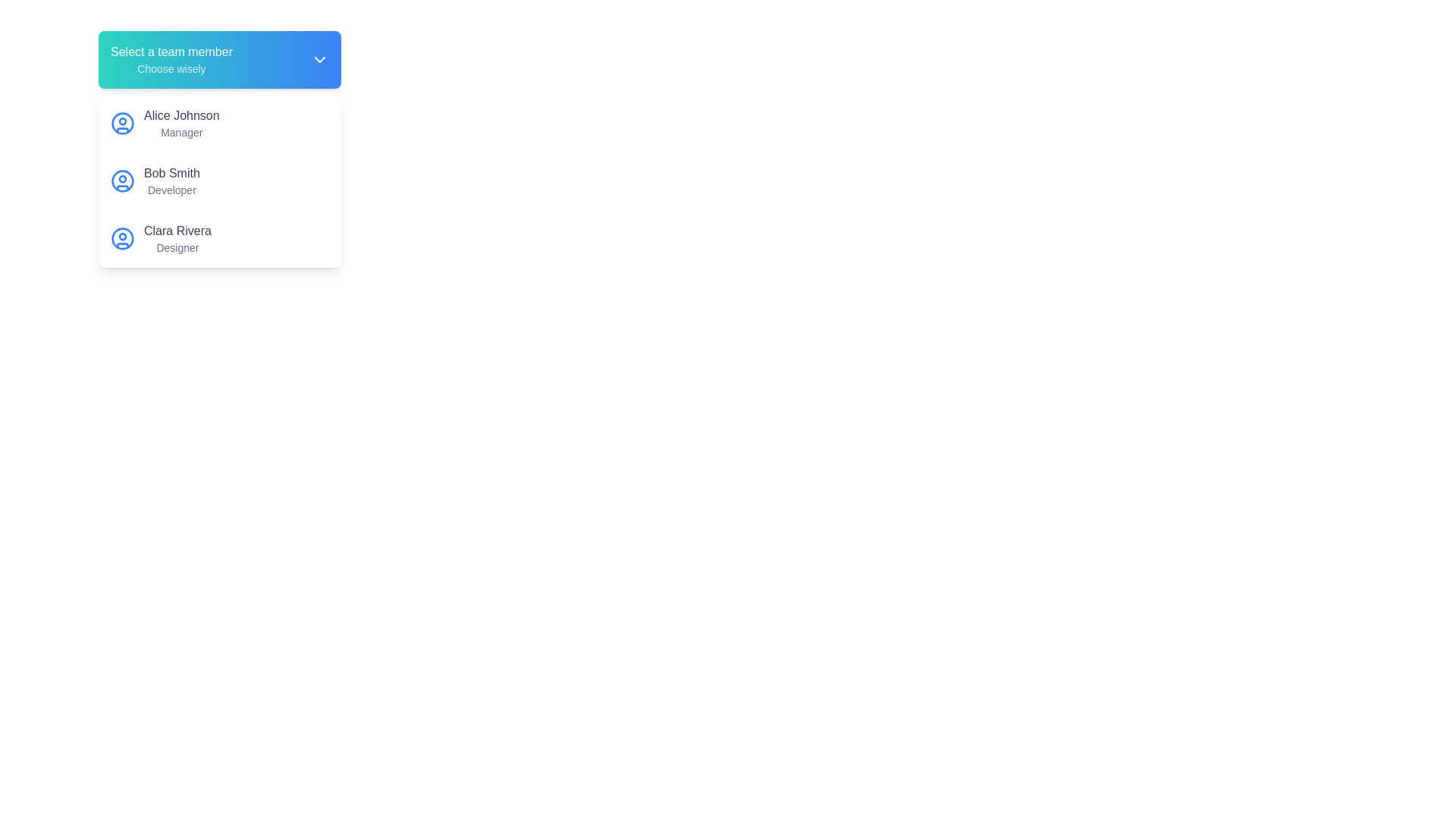 This screenshot has width=1456, height=819. What do you see at coordinates (171, 58) in the screenshot?
I see `the text label 'Select a team member' with a colorful gradient background, which is part of a dropdown button` at bounding box center [171, 58].